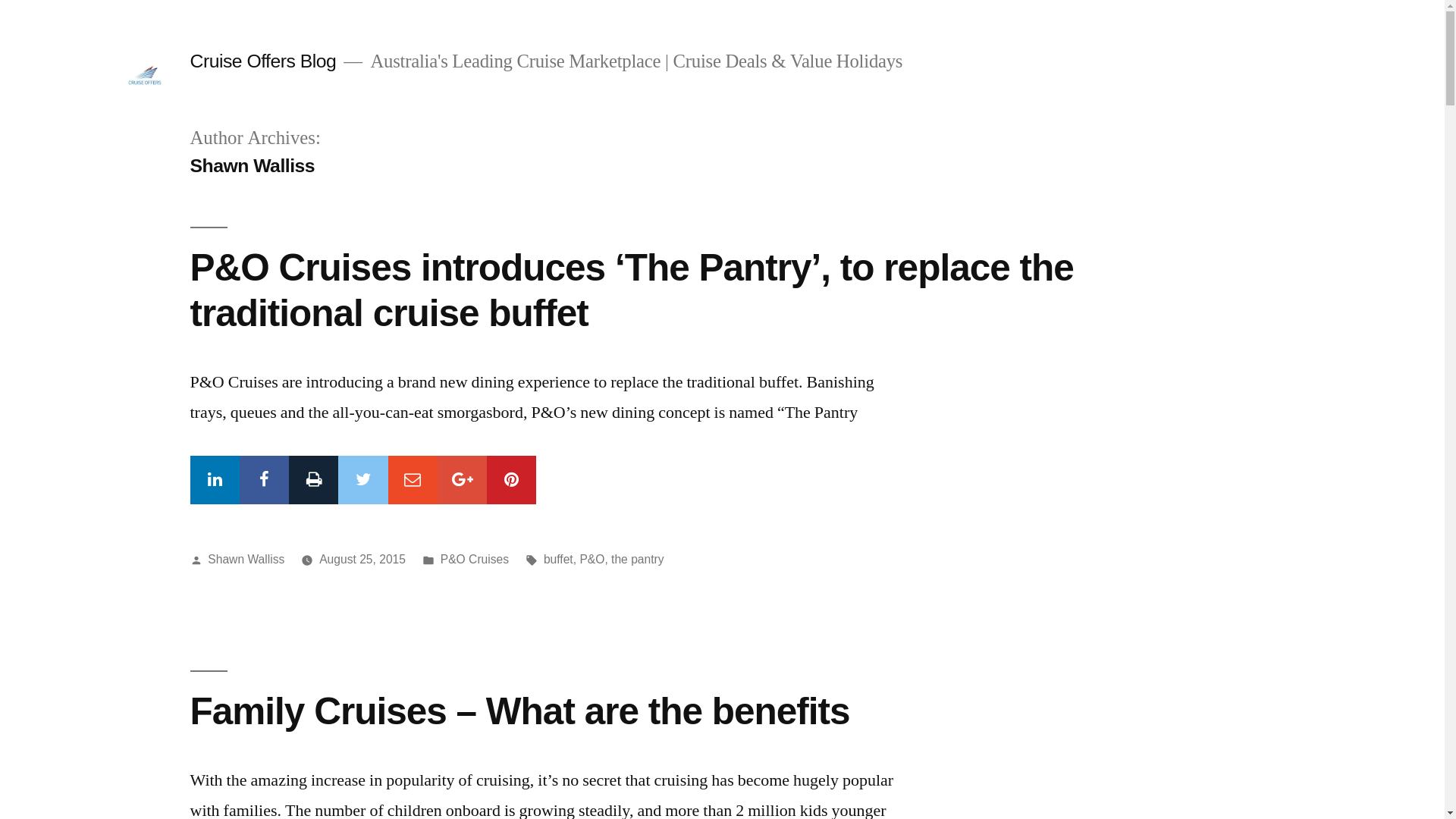 The width and height of the screenshot is (1456, 819). What do you see at coordinates (413, 479) in the screenshot?
I see `'Mail'` at bounding box center [413, 479].